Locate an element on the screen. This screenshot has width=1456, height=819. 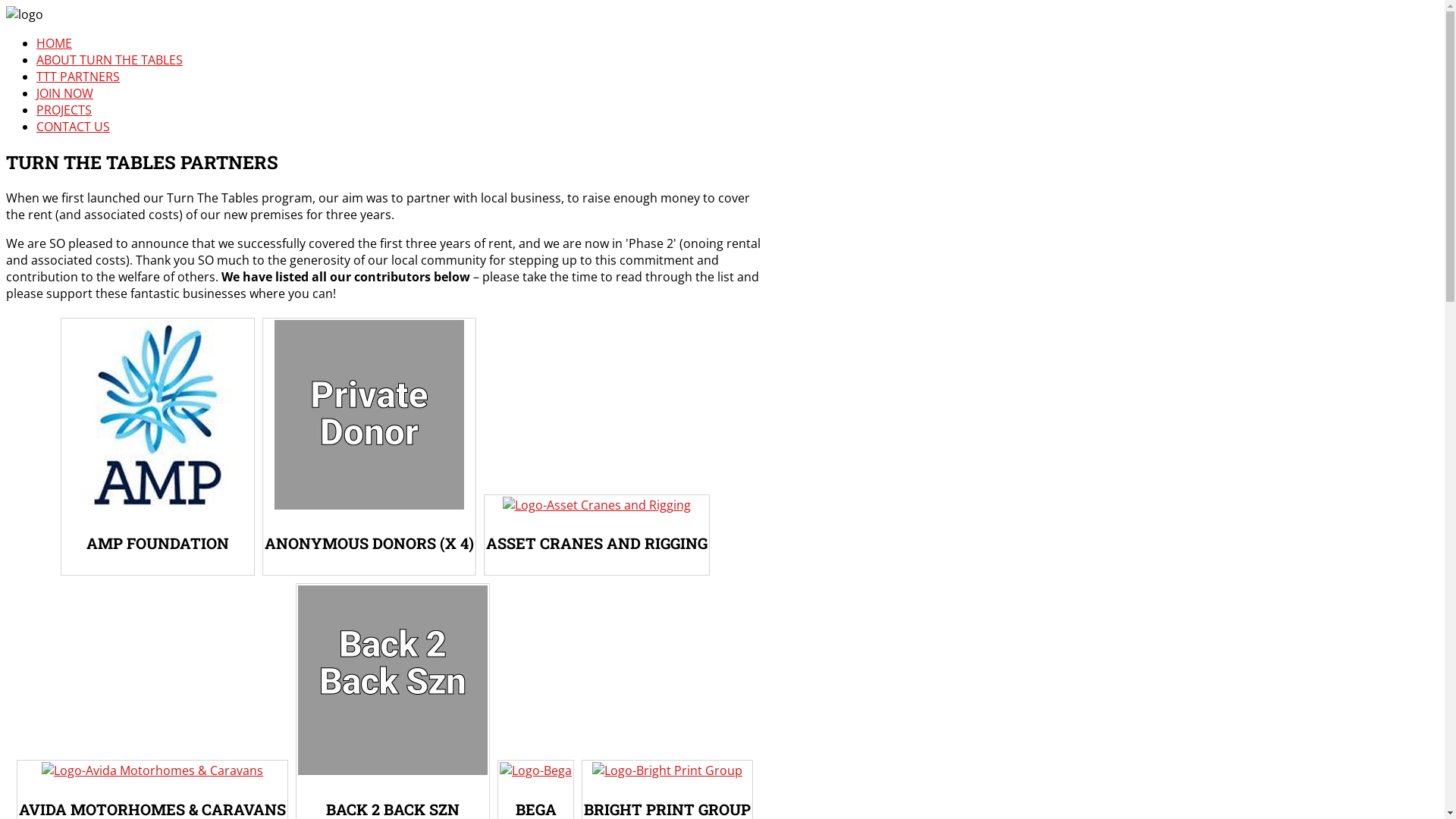
'CONTACT US' is located at coordinates (36, 125).